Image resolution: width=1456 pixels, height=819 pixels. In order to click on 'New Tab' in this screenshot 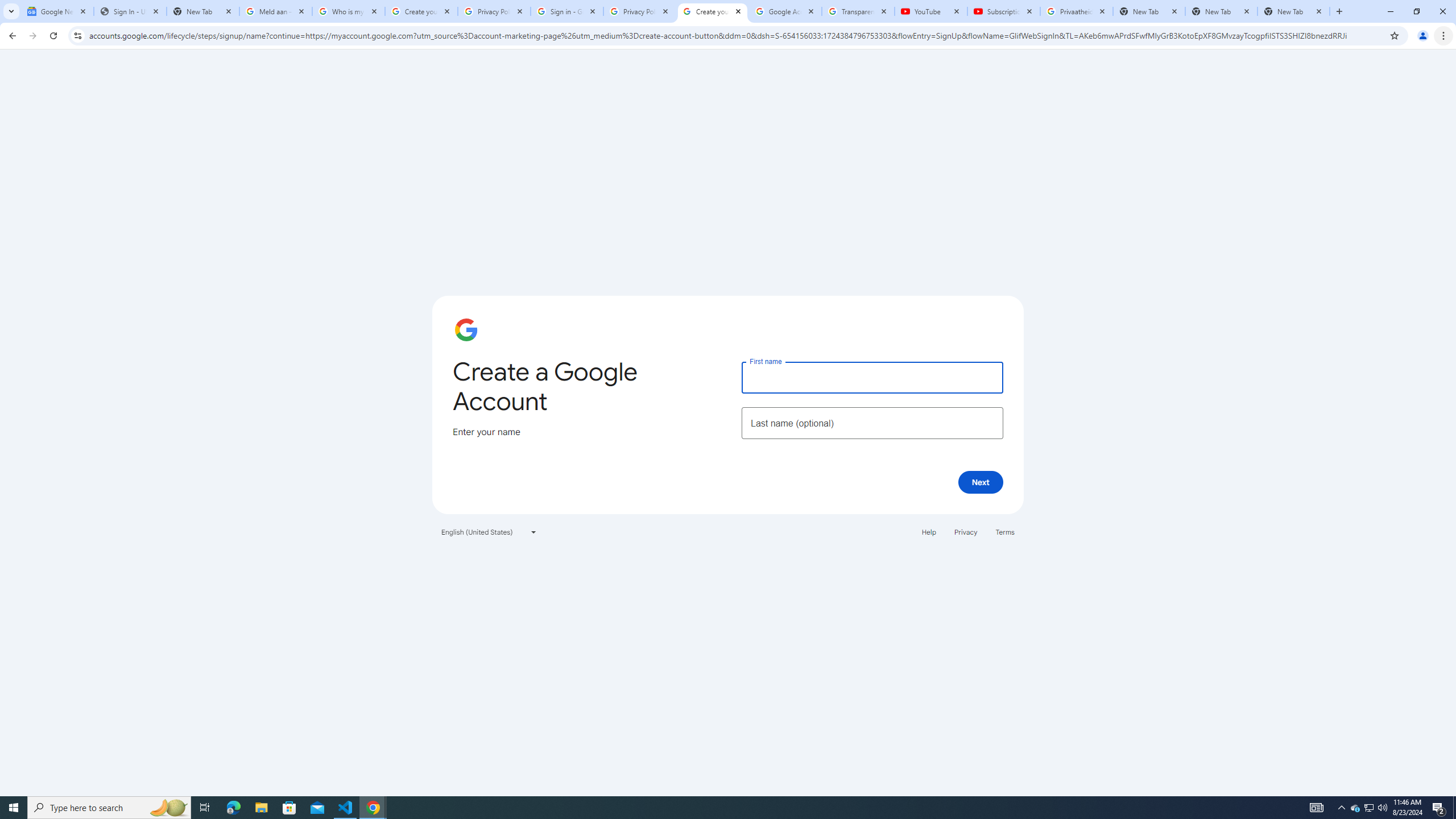, I will do `click(1293, 11)`.